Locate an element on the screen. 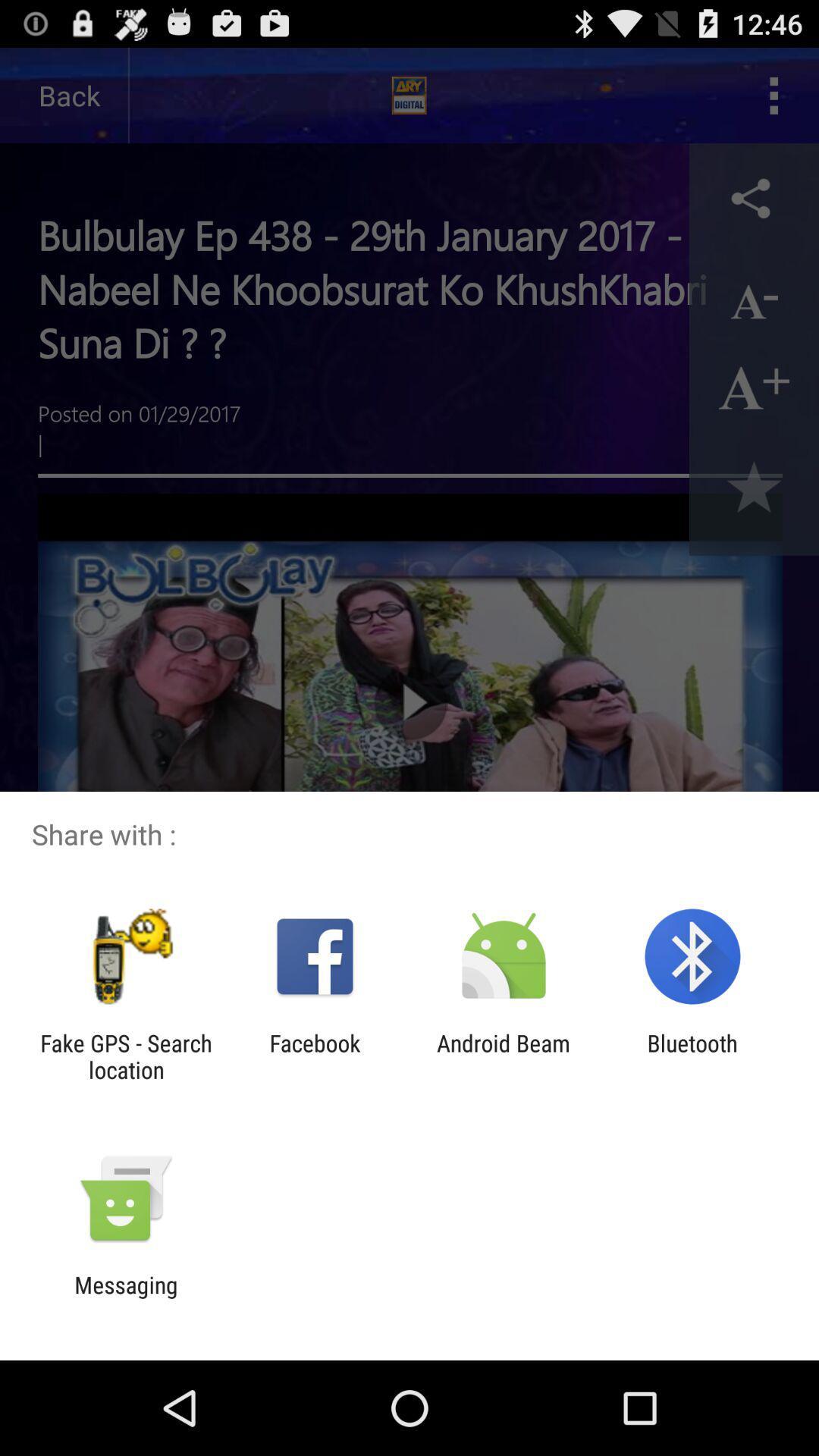 This screenshot has height=1456, width=819. the icon to the left of the bluetooth is located at coordinates (504, 1056).